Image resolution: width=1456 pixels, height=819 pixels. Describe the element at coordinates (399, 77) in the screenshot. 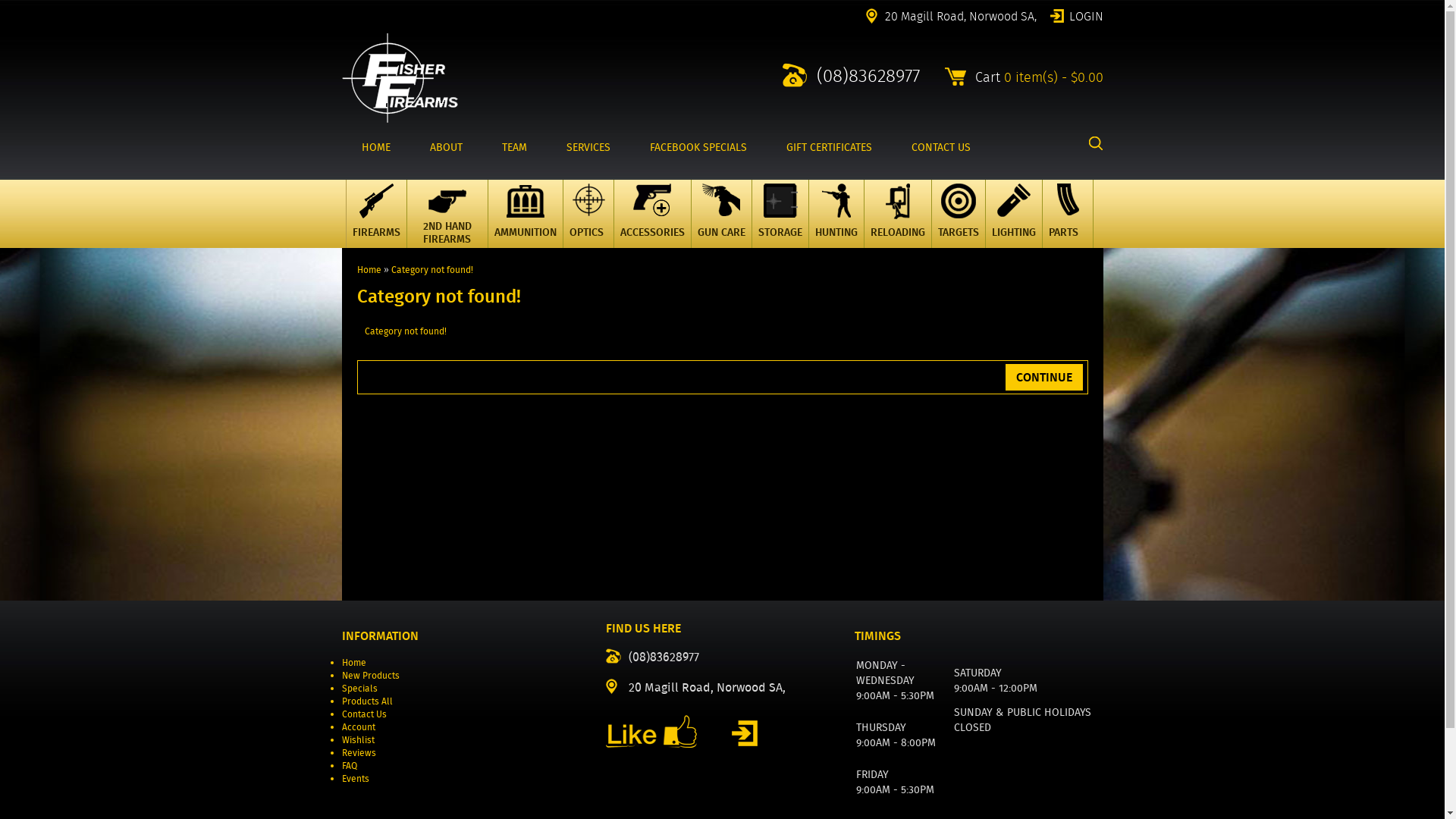

I see `'Fisher Firearms'` at that location.